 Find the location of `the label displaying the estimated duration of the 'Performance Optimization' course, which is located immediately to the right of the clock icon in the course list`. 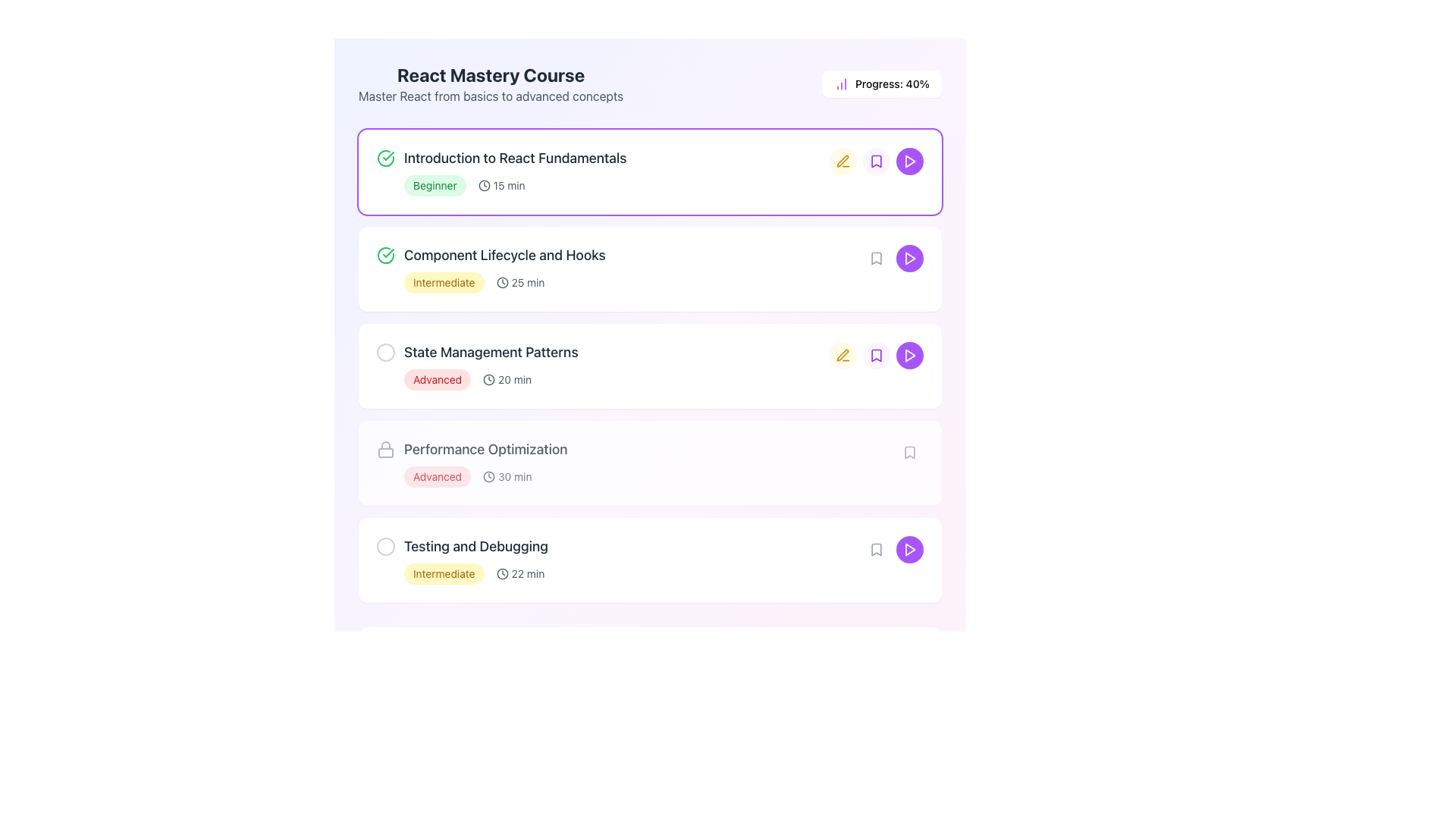

the label displaying the estimated duration of the 'Performance Optimization' course, which is located immediately to the right of the clock icon in the course list is located at coordinates (515, 475).